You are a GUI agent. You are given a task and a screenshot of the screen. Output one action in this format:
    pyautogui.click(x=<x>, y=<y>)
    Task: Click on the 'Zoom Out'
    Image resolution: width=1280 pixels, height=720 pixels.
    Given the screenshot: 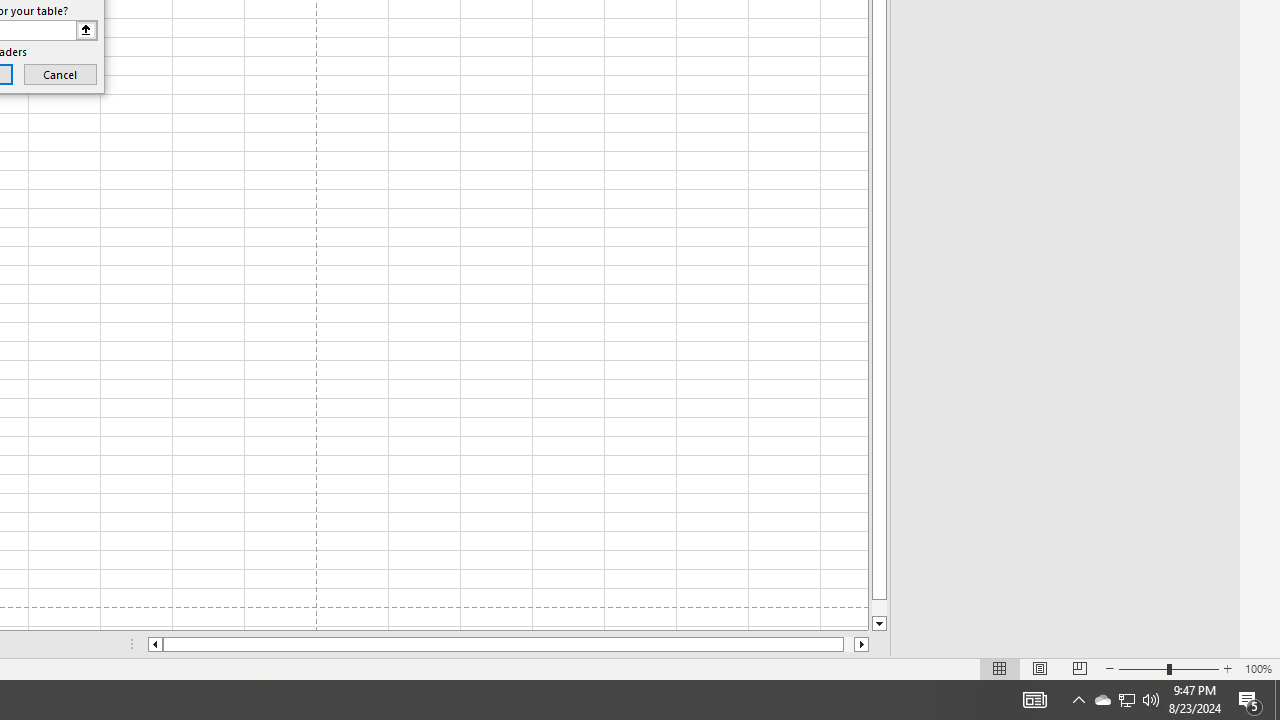 What is the action you would take?
    pyautogui.click(x=1143, y=669)
    